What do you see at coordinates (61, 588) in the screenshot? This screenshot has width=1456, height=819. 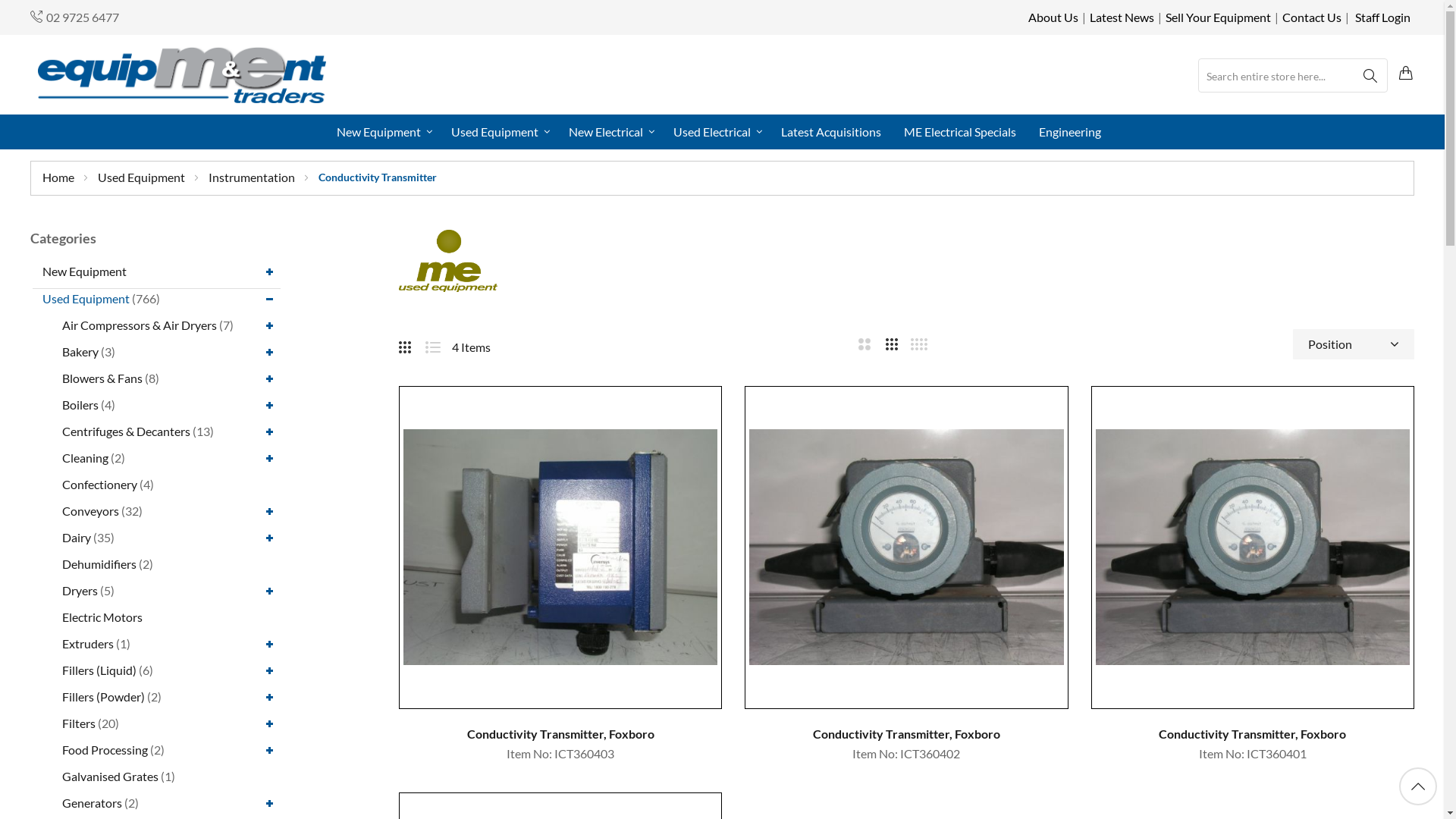 I see `'Dryers'` at bounding box center [61, 588].